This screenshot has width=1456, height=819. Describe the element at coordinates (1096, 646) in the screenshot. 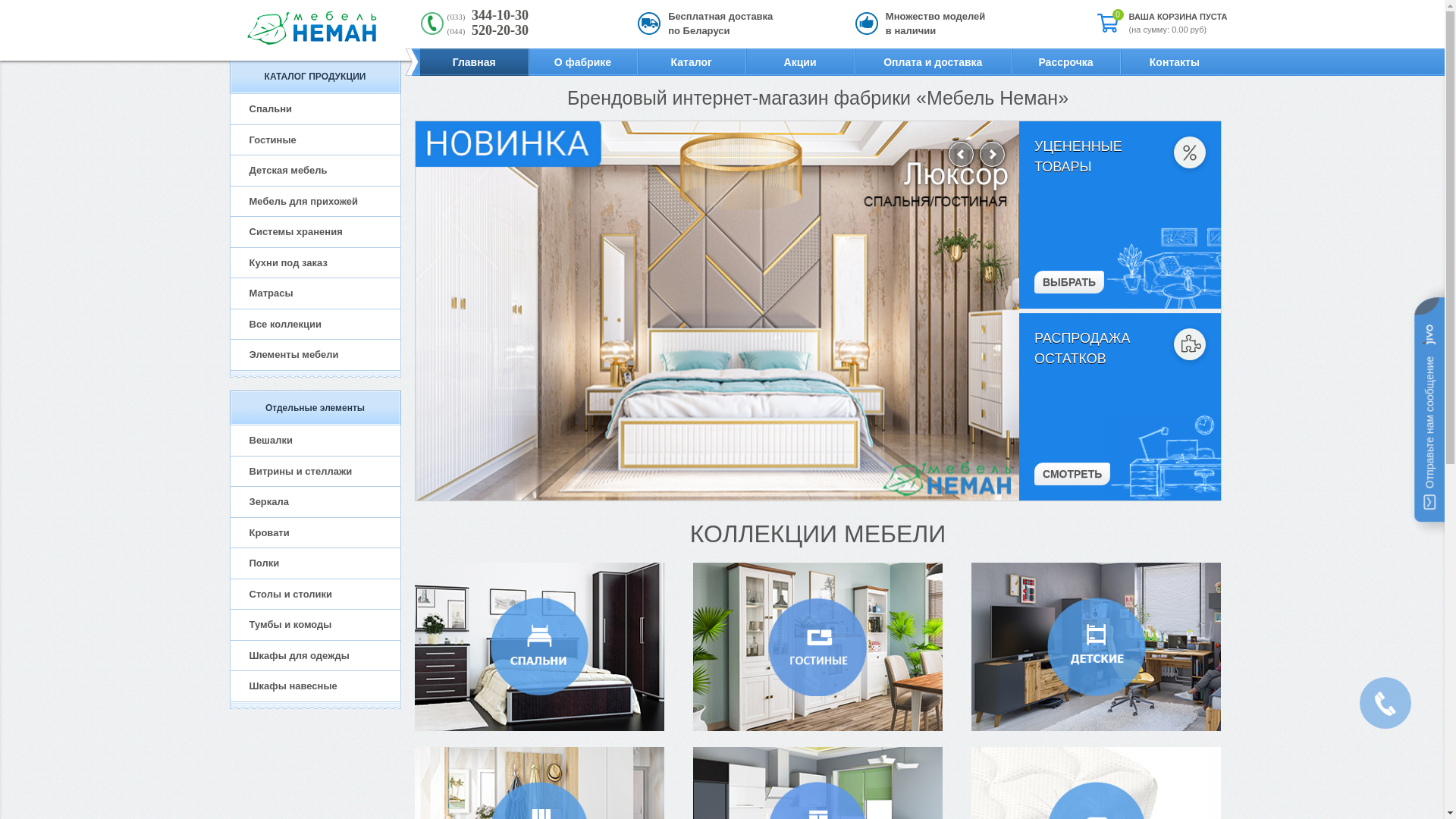

I see `'detskaya-neman'` at that location.